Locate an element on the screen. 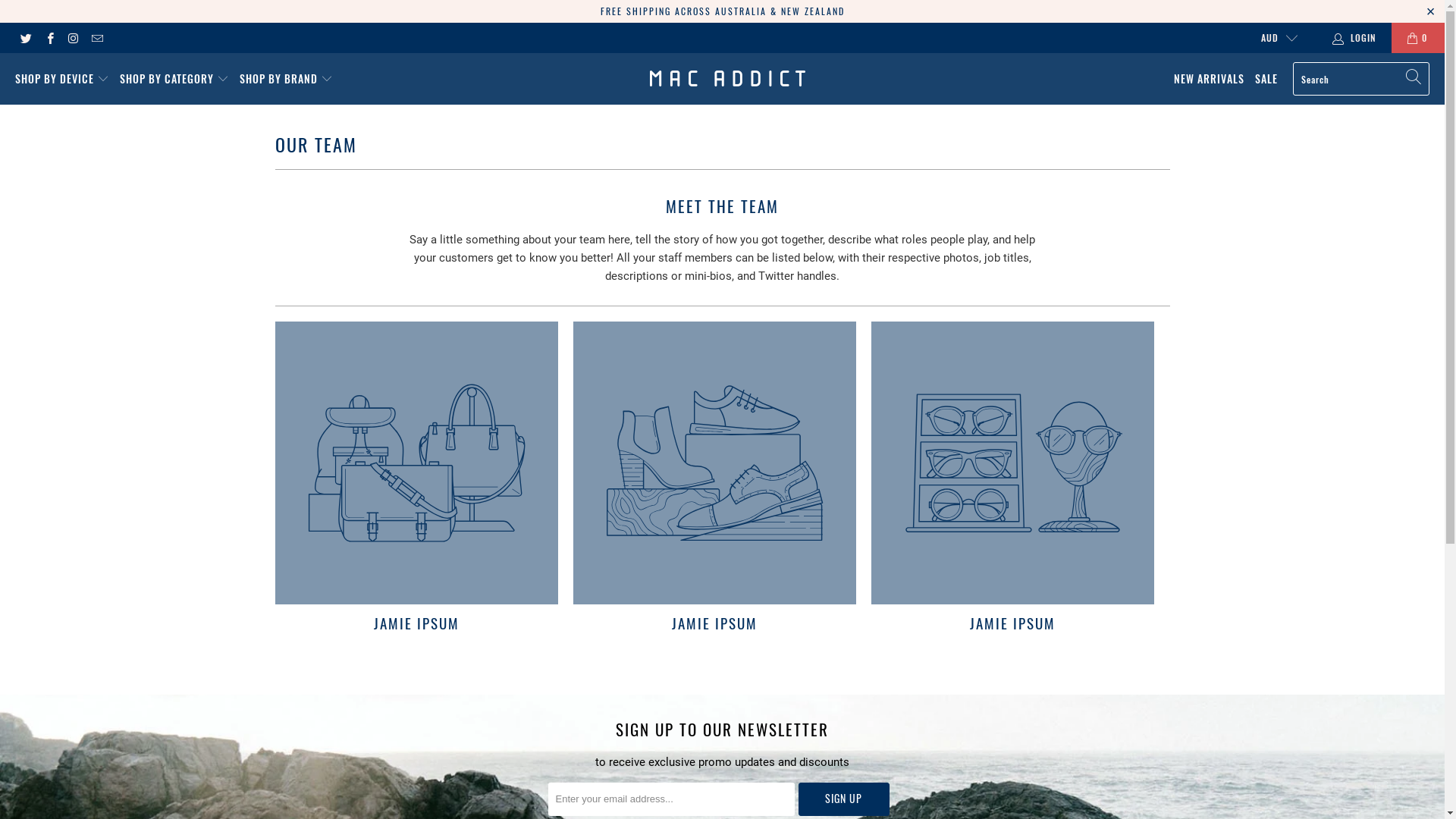 This screenshot has height=819, width=1456. 'SALE' is located at coordinates (1266, 79).